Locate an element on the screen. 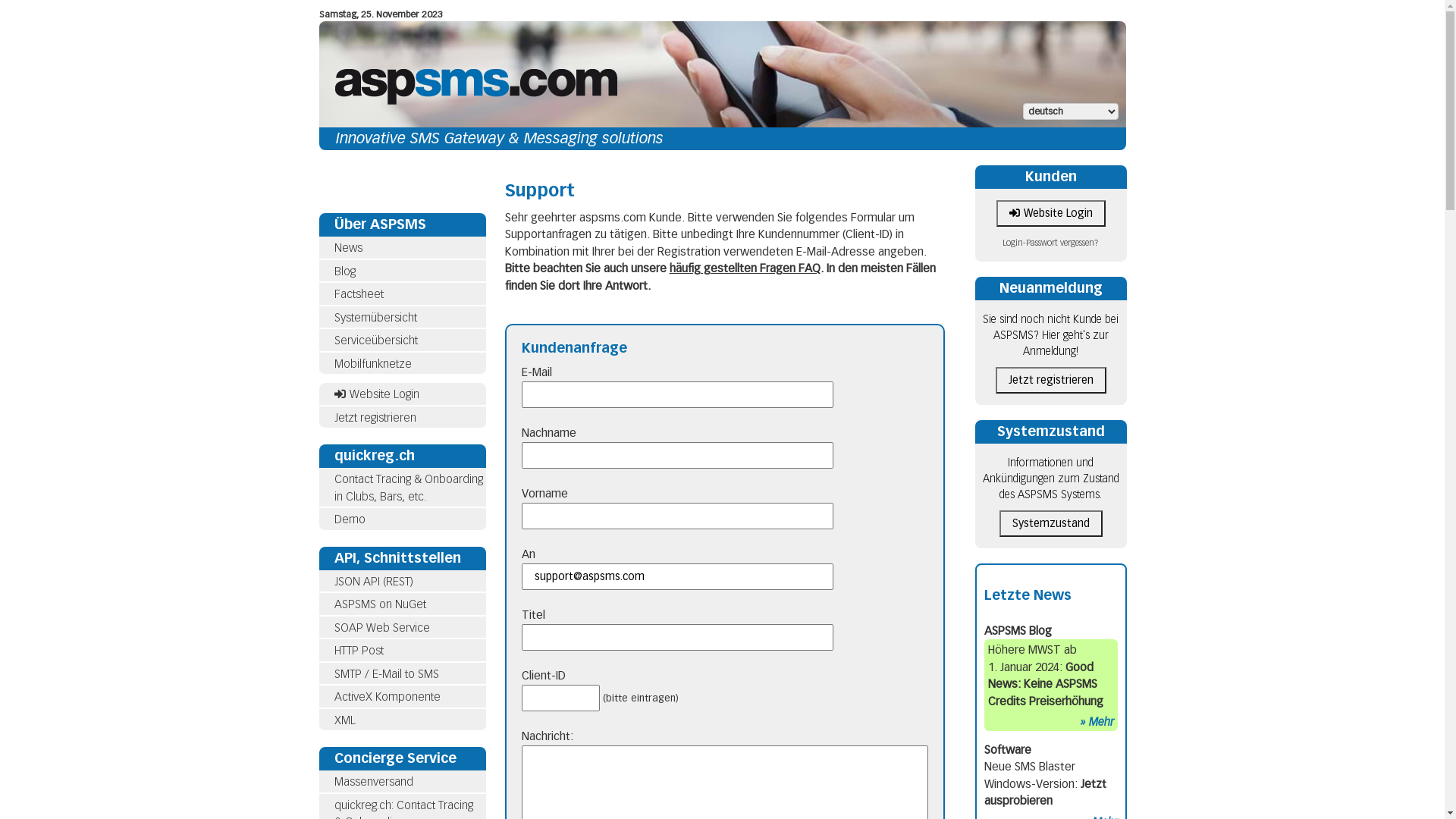 This screenshot has width=1456, height=819. 'JSON API (REST)' is located at coordinates (372, 581).